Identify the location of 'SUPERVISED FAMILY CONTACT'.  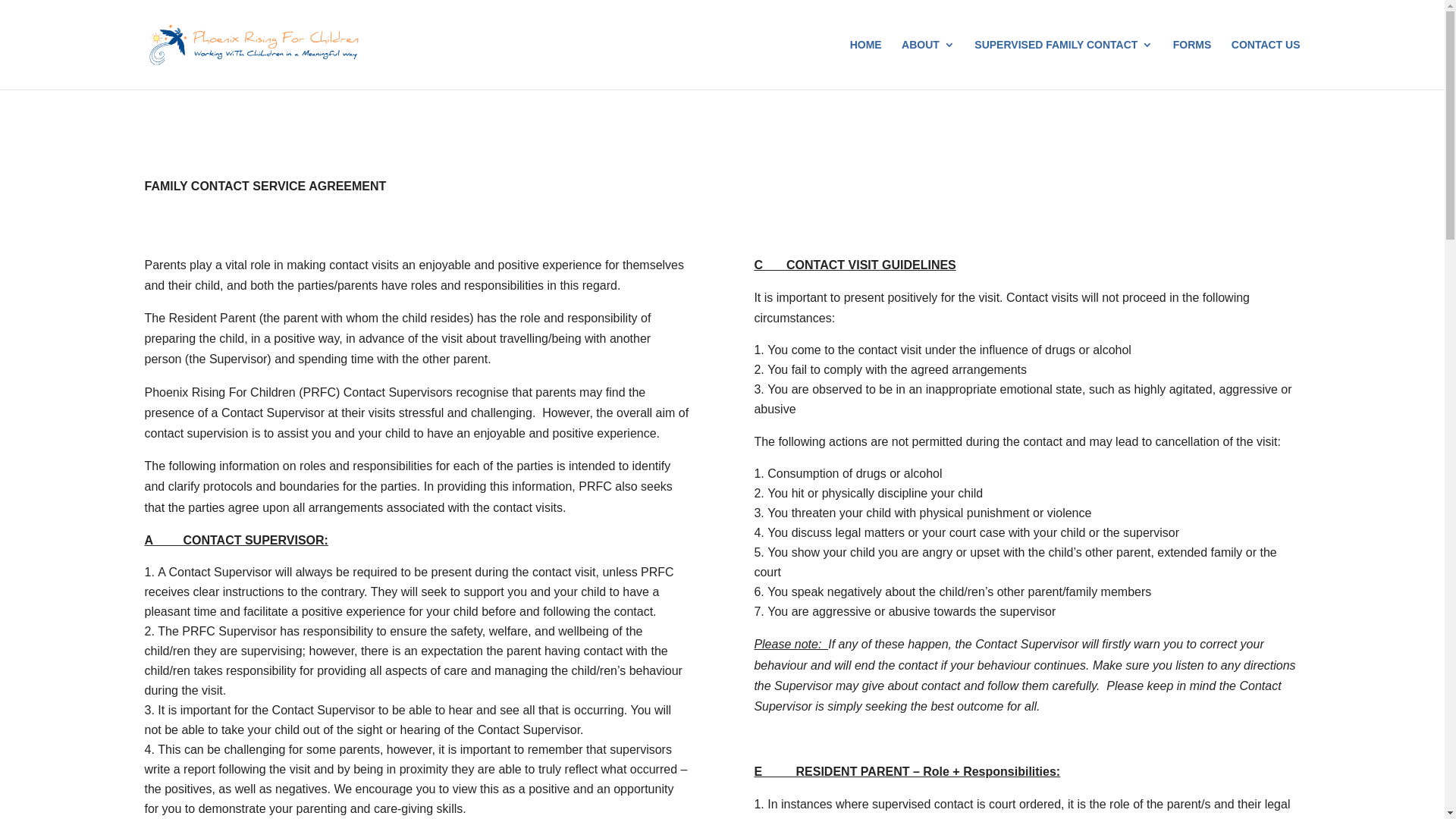
(1062, 63).